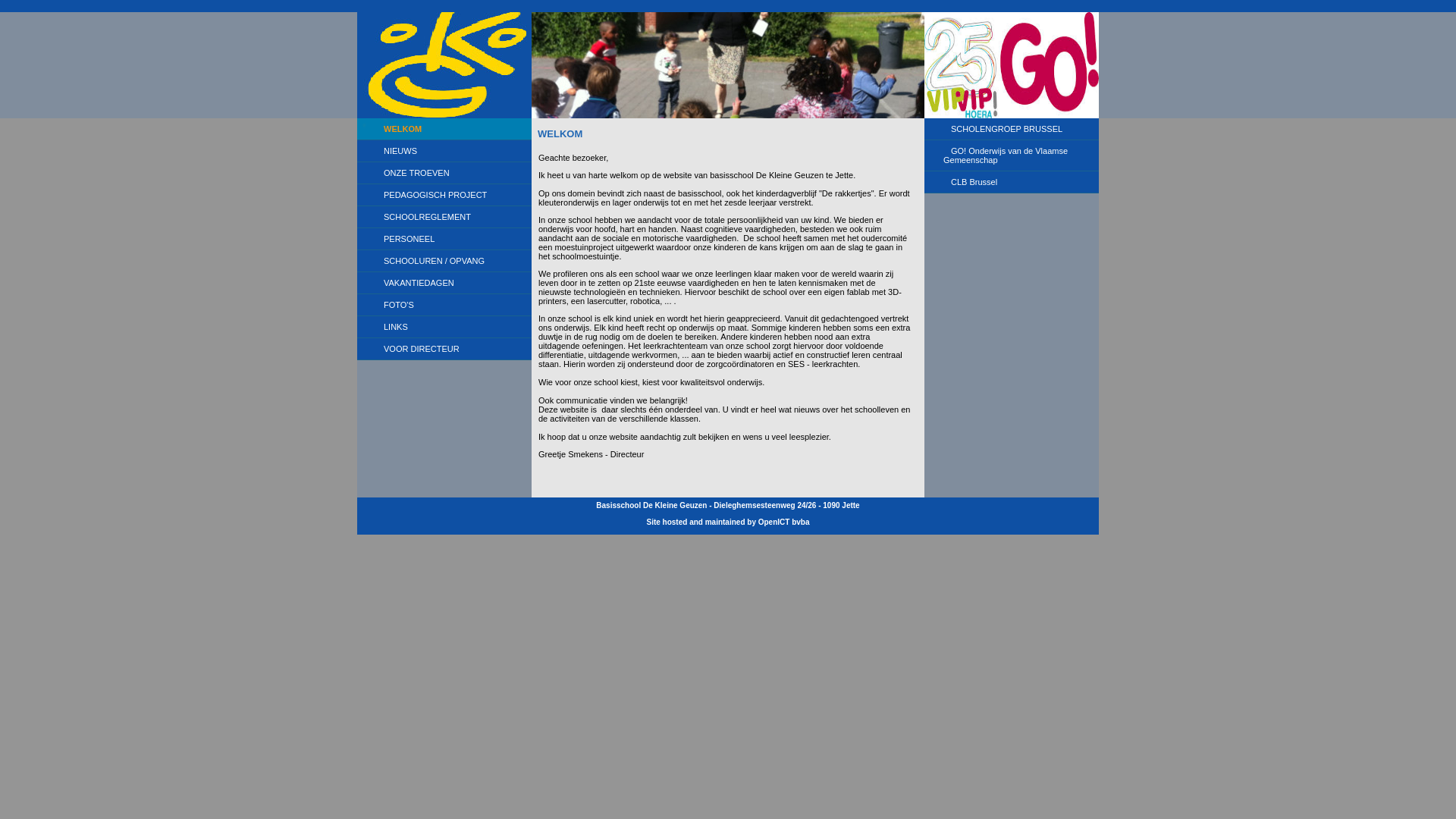 The image size is (1456, 819). I want to click on 'LINKS', so click(443, 326).